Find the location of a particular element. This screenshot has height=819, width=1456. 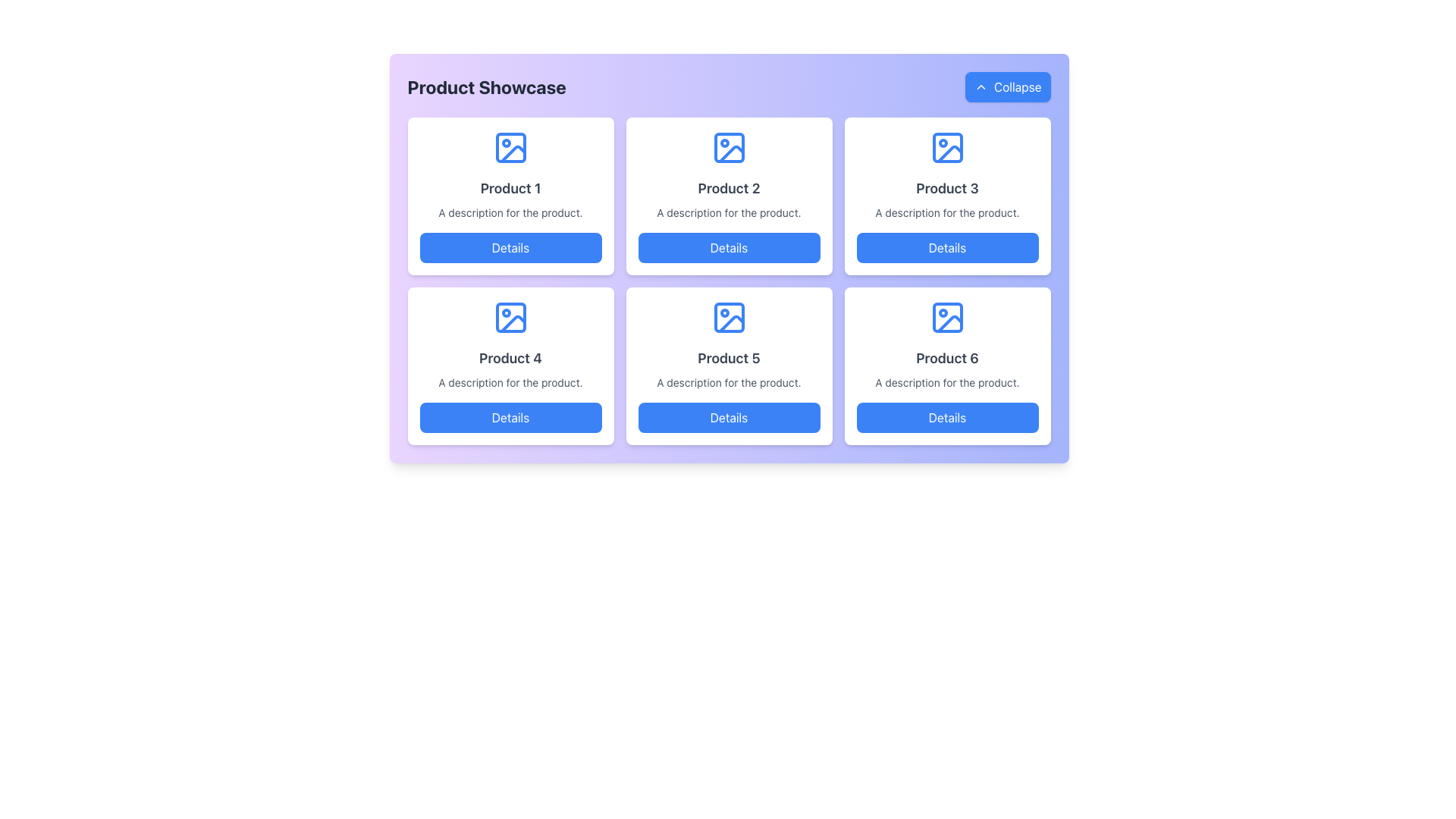

title 'Product 1' from the text label styled in bold and centered within the first card of the grid layout is located at coordinates (510, 188).